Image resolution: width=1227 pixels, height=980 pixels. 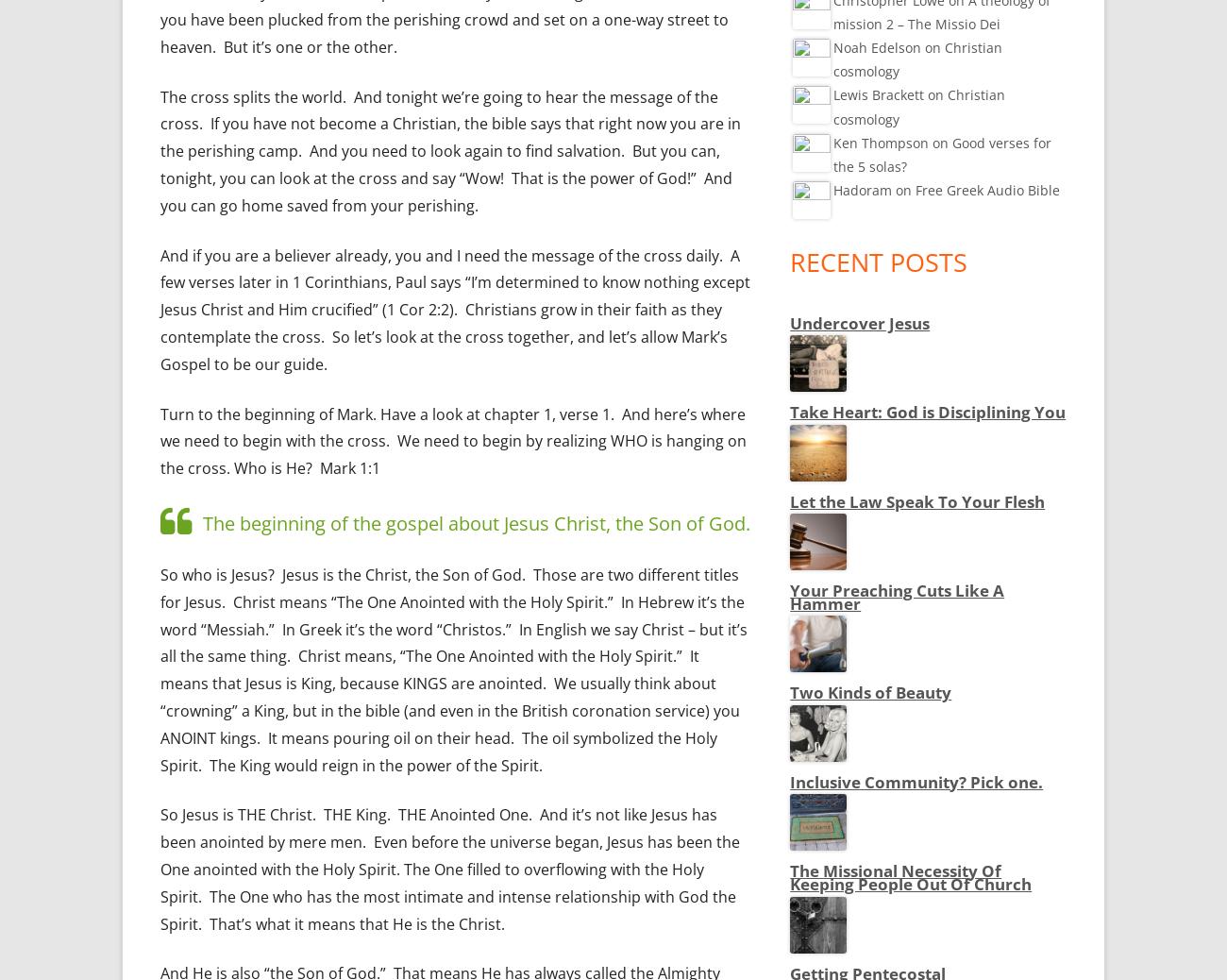 What do you see at coordinates (832, 189) in the screenshot?
I see `'Hadoram on'` at bounding box center [832, 189].